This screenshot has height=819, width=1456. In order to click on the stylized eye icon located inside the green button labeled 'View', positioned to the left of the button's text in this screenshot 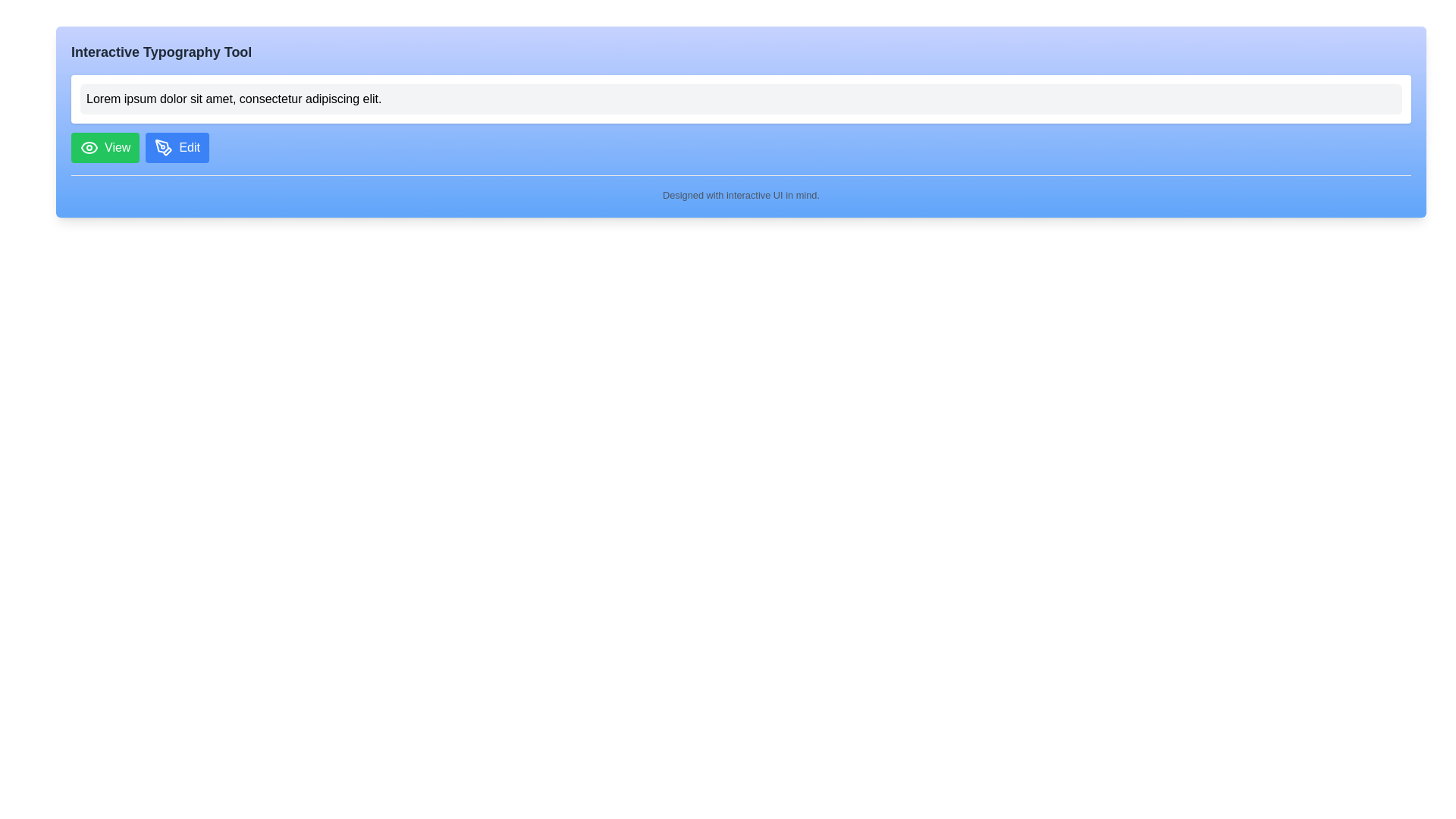, I will do `click(89, 148)`.